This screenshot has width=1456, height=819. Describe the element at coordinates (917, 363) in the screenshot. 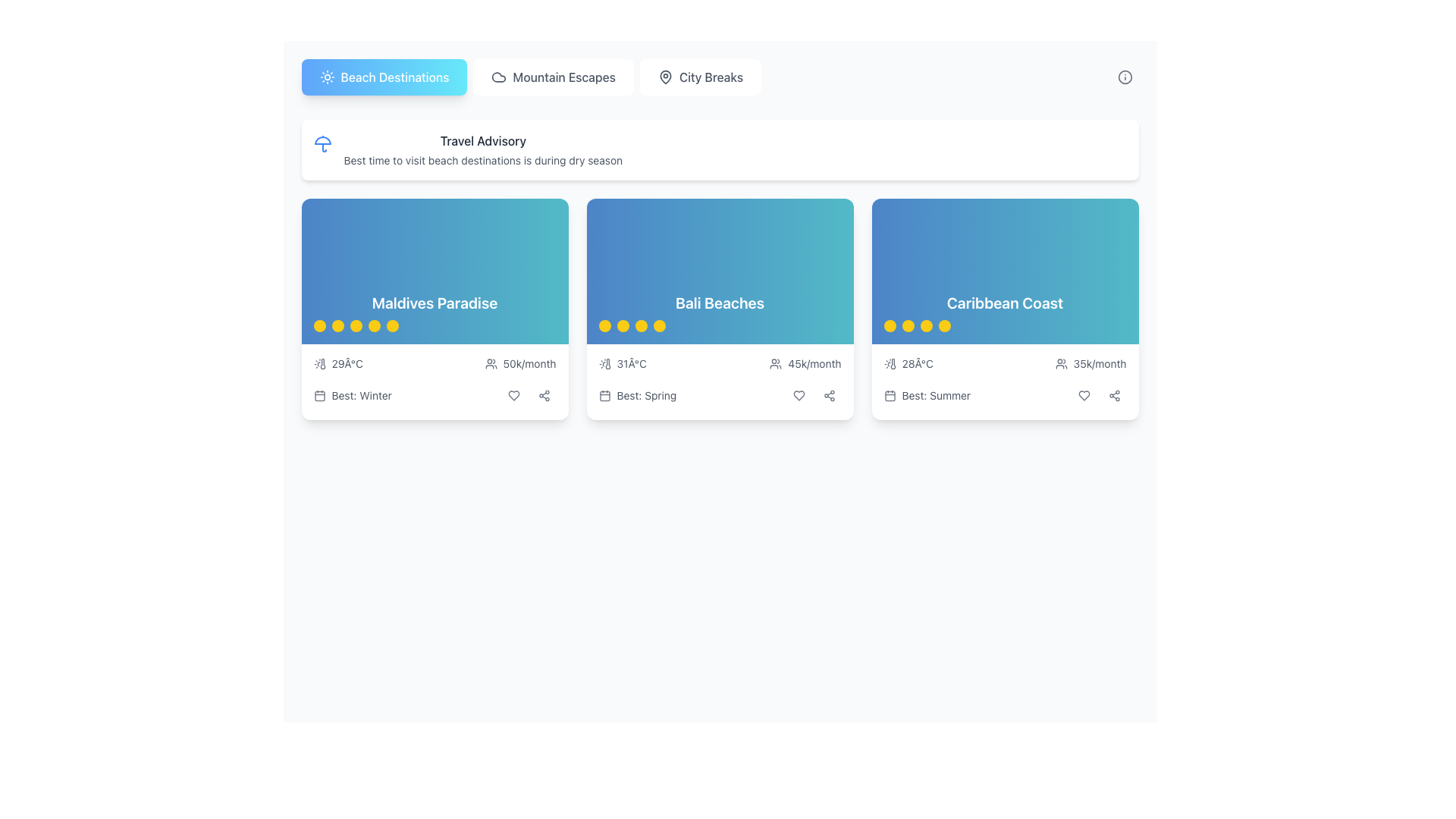

I see `the Text Label displaying '28Â°C' in a small-sized gray font, located to the left of the temperature icon in the 'Caribbean Coast' card` at that location.